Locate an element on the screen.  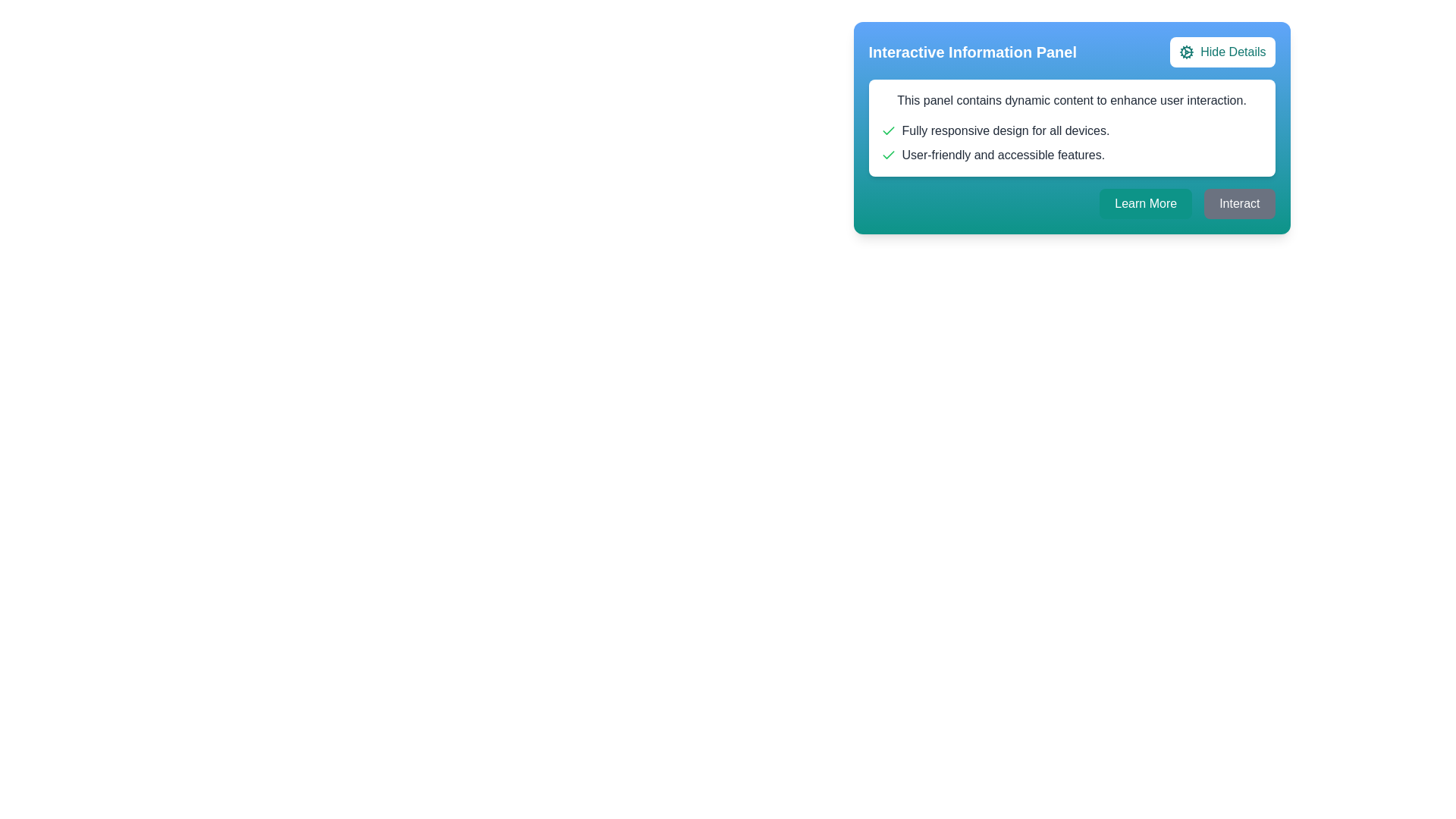
the Informational panel, which is a rectangular panel with a white background and rounded corners, located below the title 'Interactive Information Panel' is located at coordinates (1071, 127).